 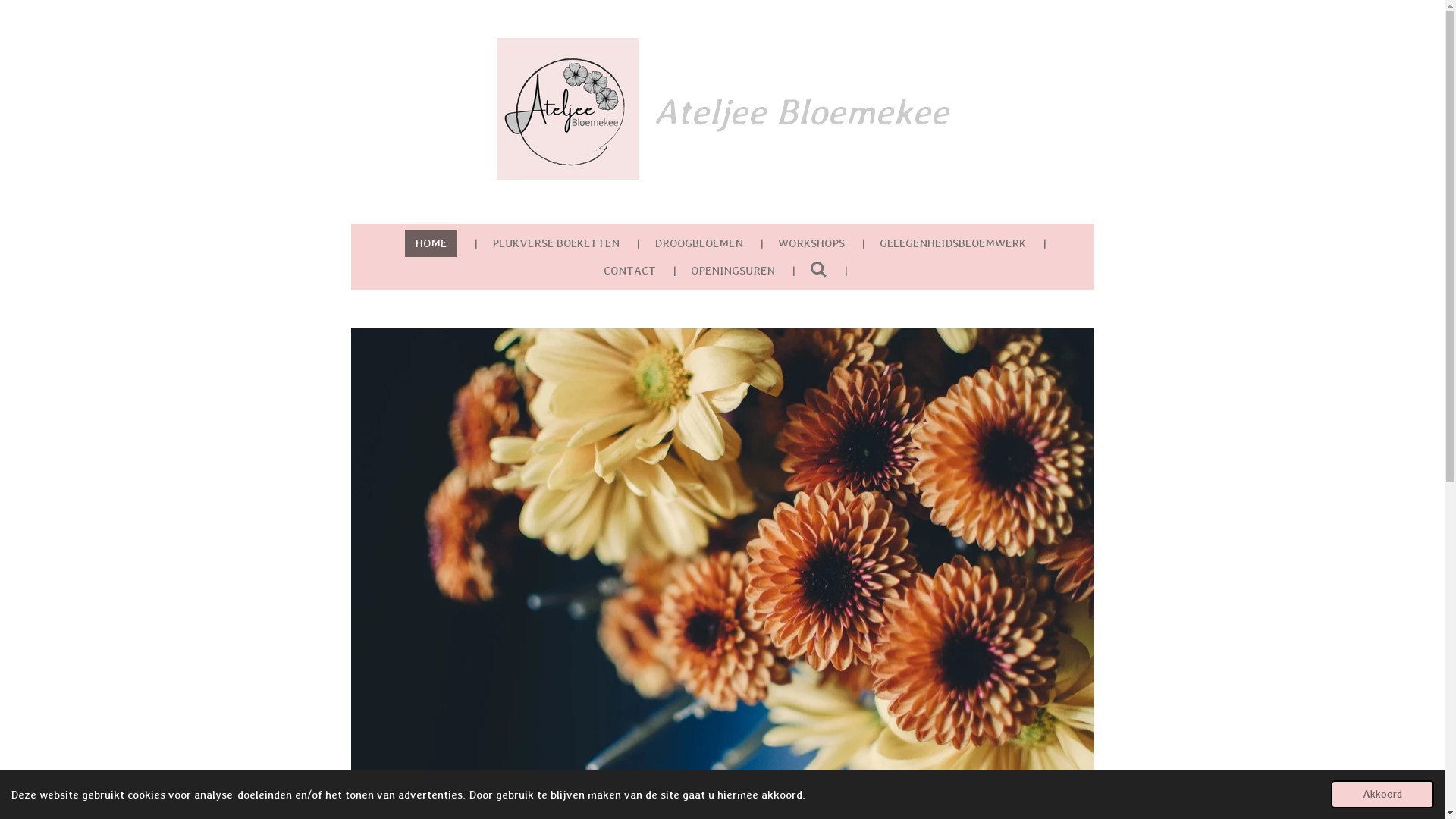 I want to click on 'Zoeken', so click(x=818, y=268).